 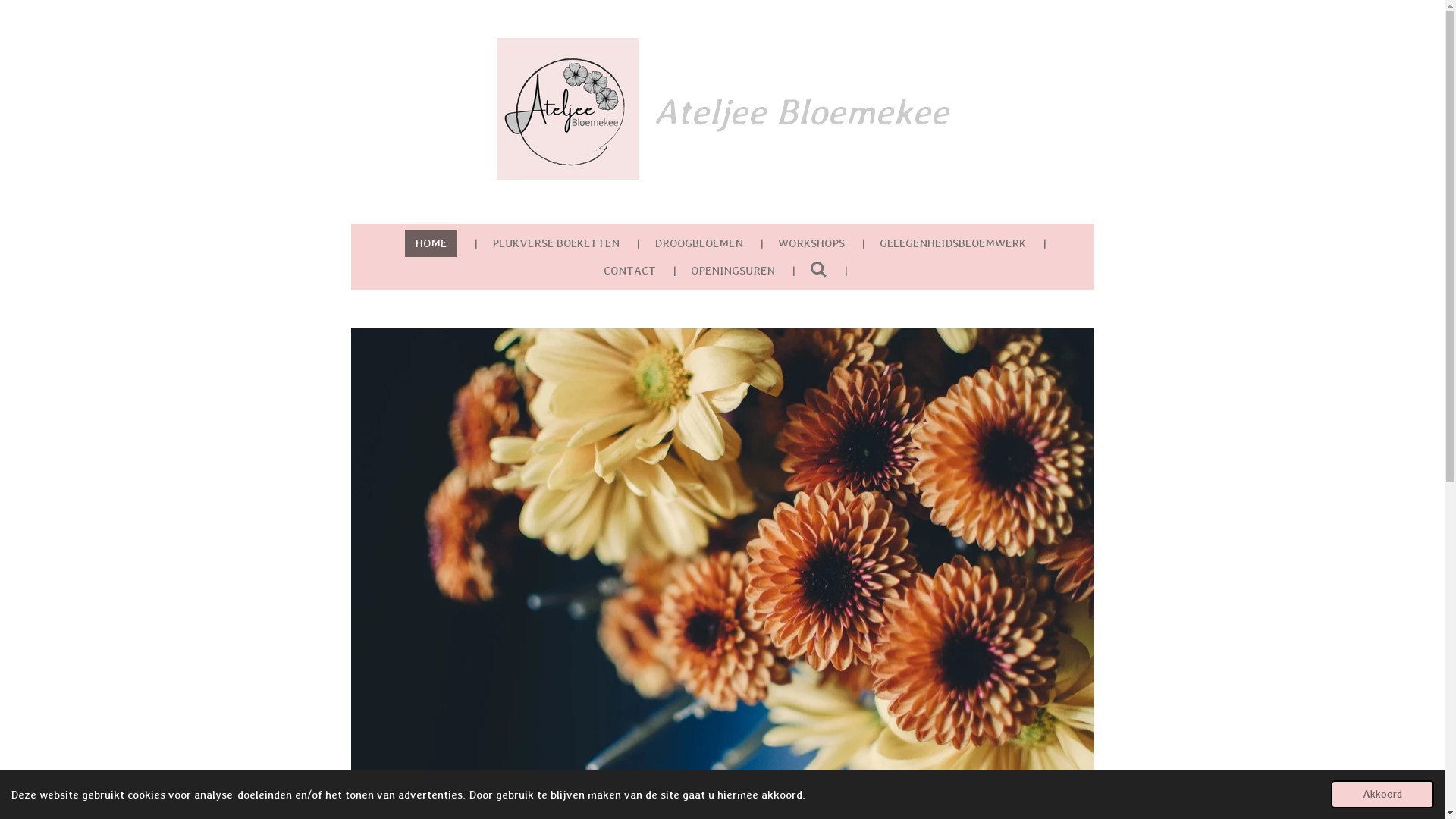 I want to click on 'Zoeken', so click(x=818, y=268).